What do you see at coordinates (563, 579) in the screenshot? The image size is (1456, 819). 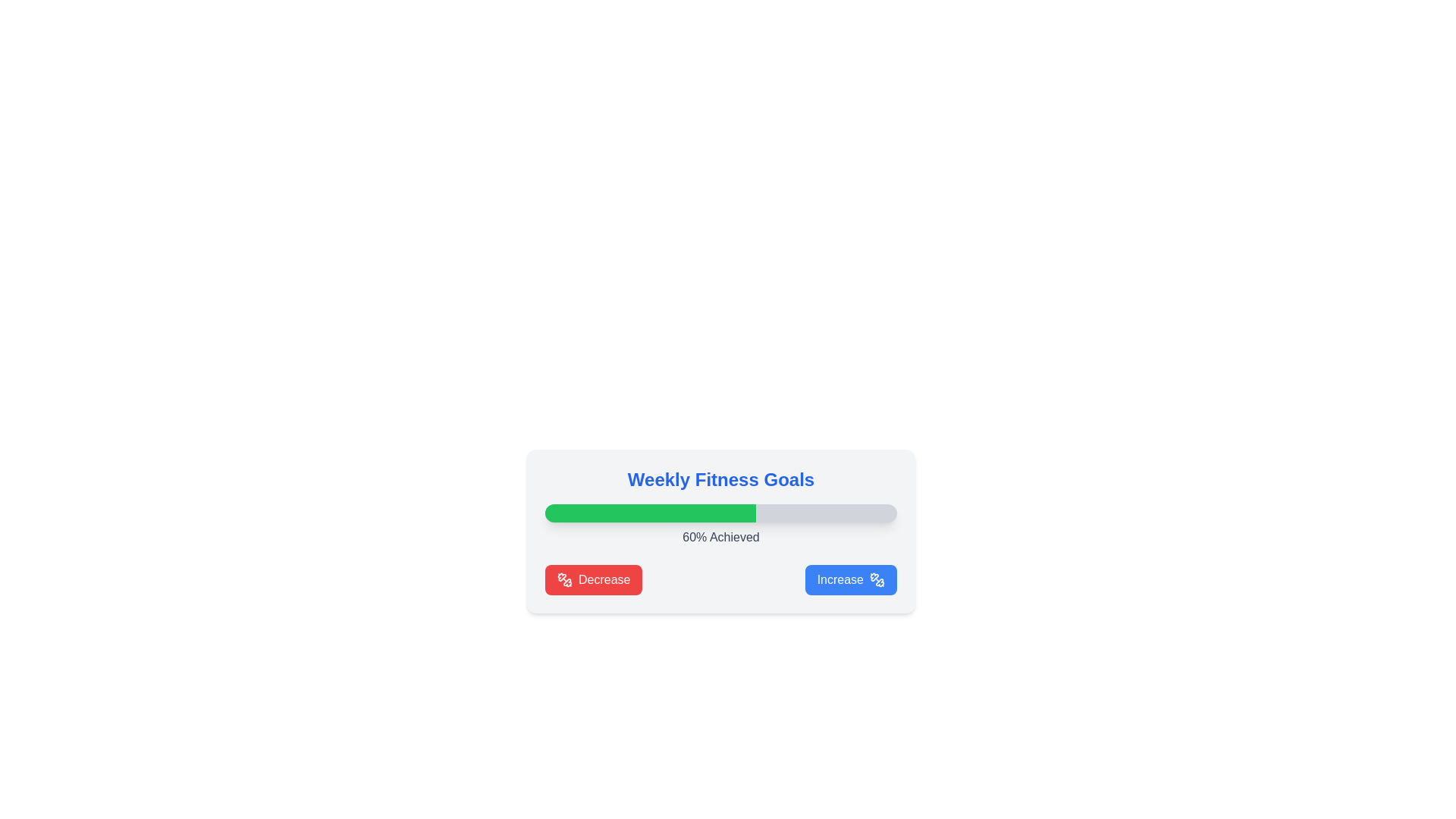 I see `the dumbbell icon which is part of the 'Decrease' button, located on the left side of a pair of buttons at the bottom section of a card-like layout` at bounding box center [563, 579].